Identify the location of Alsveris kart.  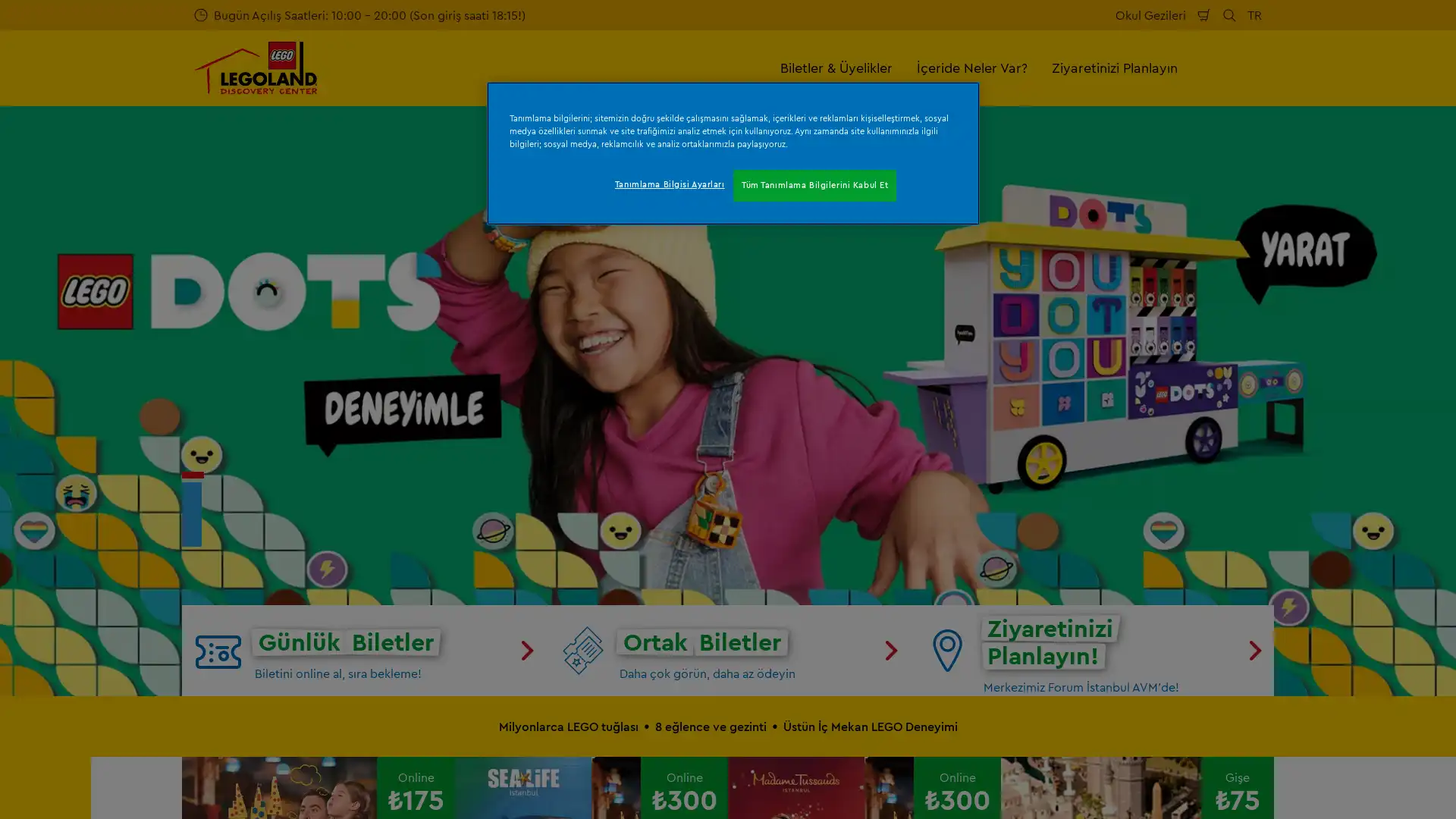
(1203, 14).